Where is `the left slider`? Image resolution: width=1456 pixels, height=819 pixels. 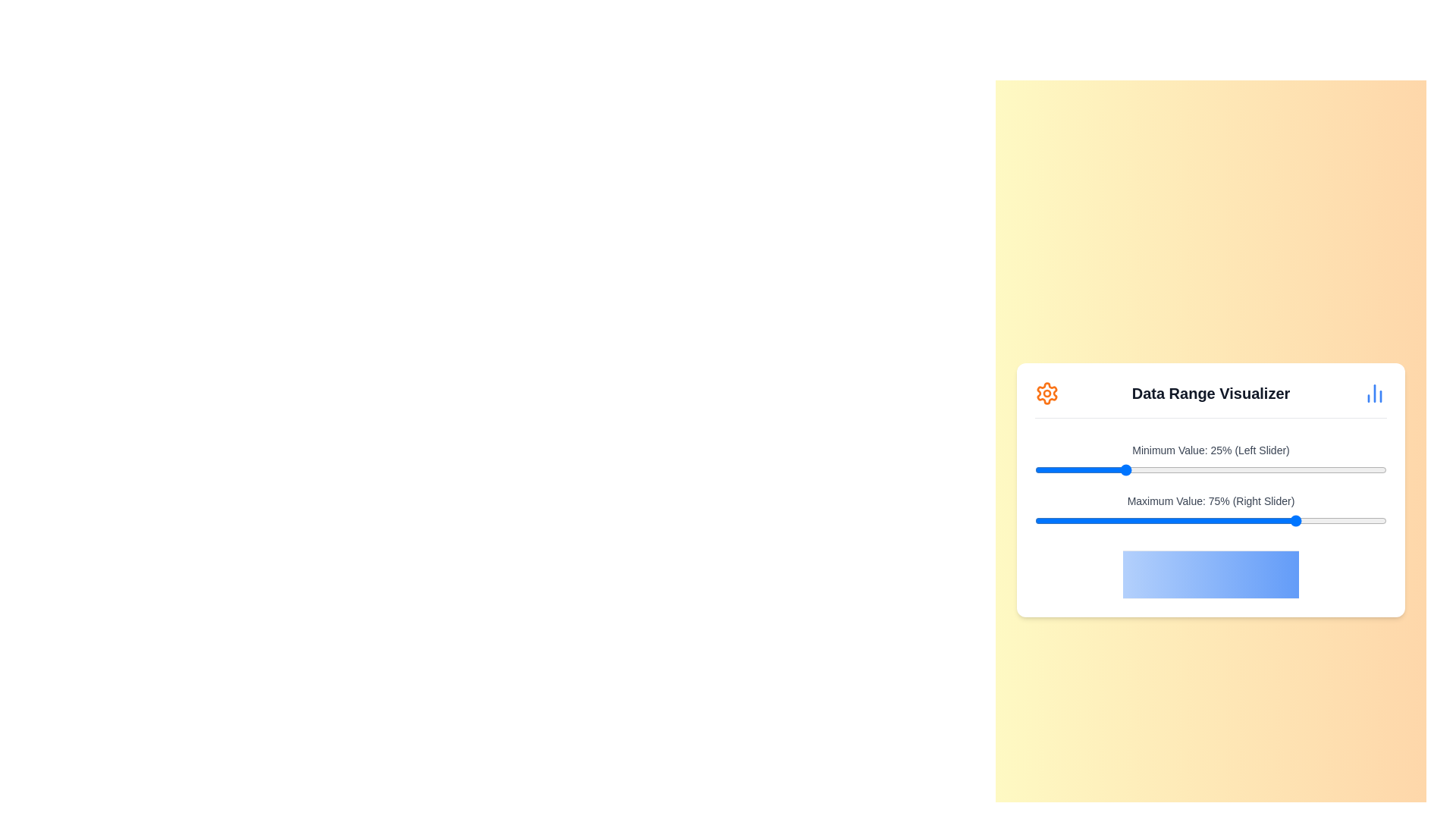 the left slider is located at coordinates (1069, 469).